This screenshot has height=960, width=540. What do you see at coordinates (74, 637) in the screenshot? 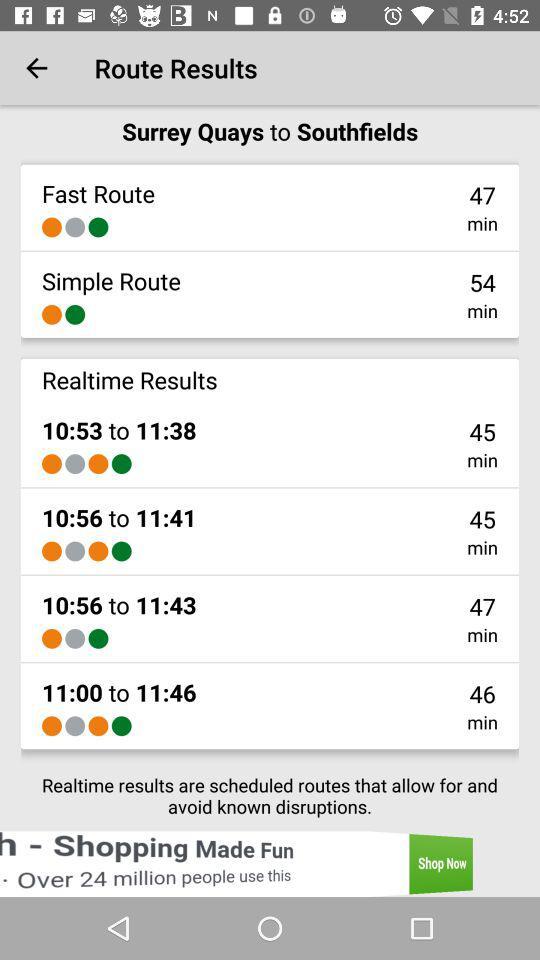
I see `item below 10 56 to icon` at bounding box center [74, 637].